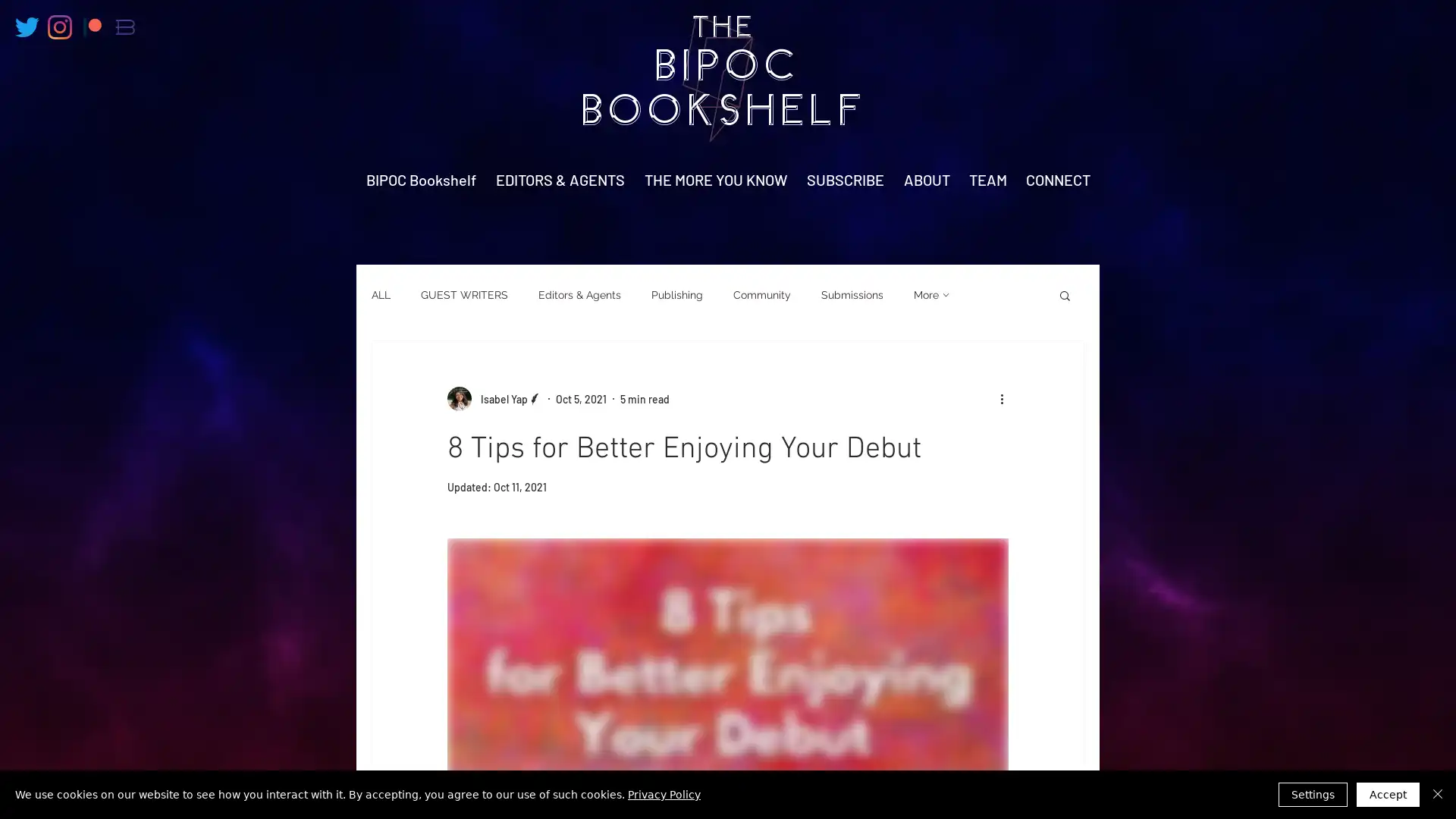 The width and height of the screenshot is (1456, 819). I want to click on Search, so click(1064, 297).